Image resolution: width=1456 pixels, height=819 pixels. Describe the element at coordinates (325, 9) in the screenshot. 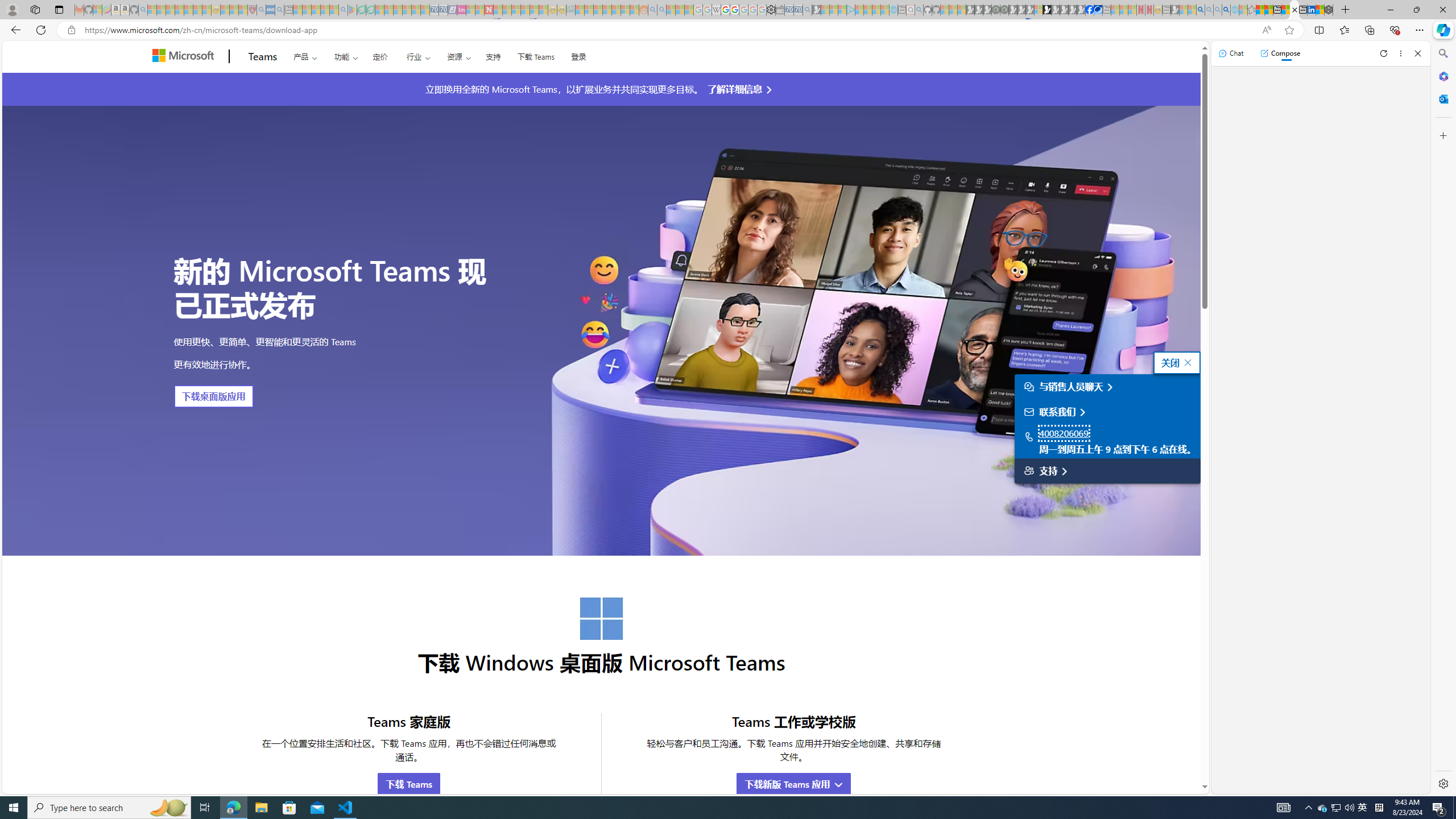

I see `'Pets - MSN - Sleeping'` at that location.